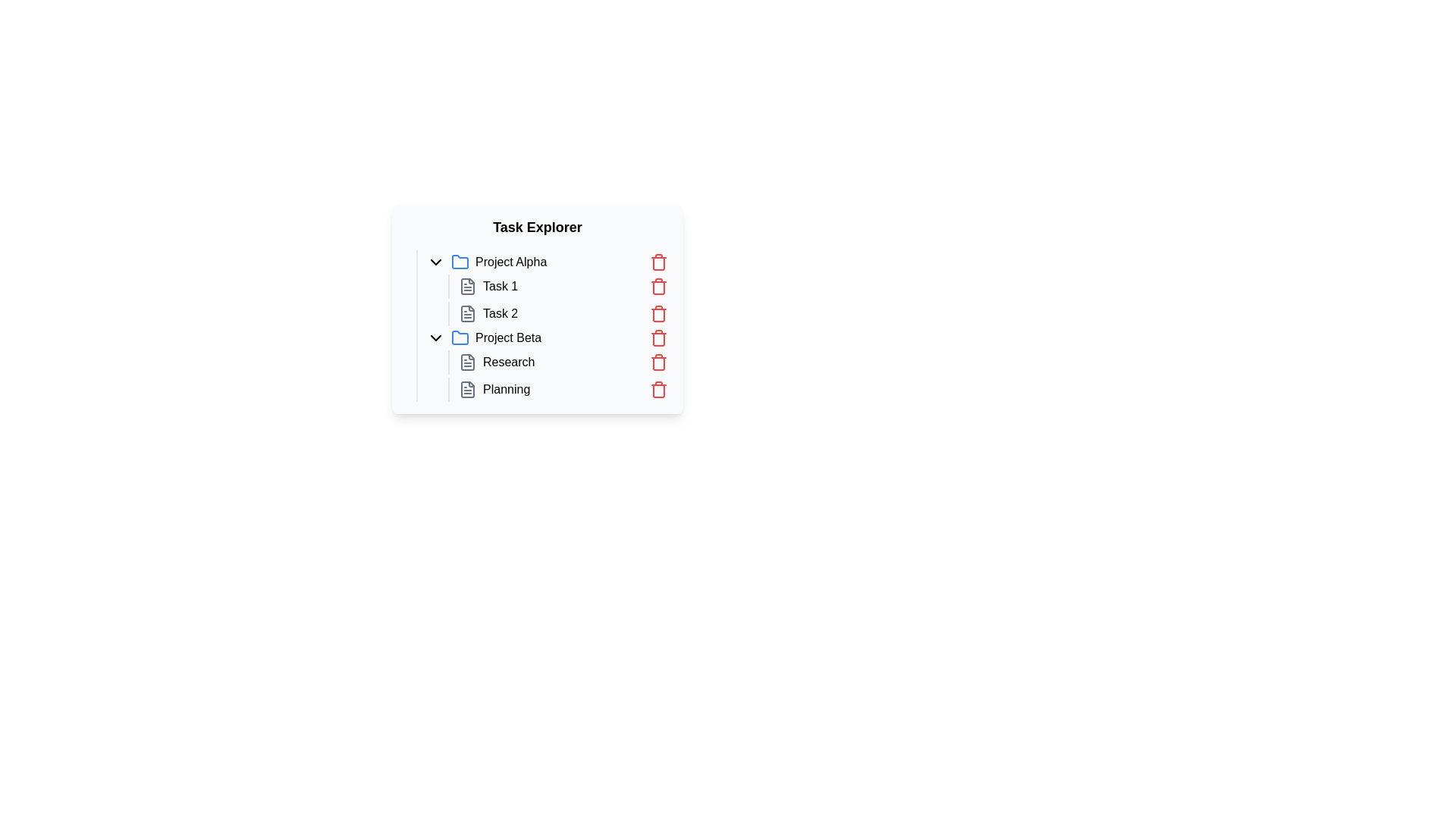 Image resolution: width=1456 pixels, height=819 pixels. What do you see at coordinates (658, 338) in the screenshot?
I see `the trash bin icon styled with a rectangular body and a slightly curved top edge, located next to the item 'Project Beta' in the Task Explorer interface to invoke the delete action` at bounding box center [658, 338].